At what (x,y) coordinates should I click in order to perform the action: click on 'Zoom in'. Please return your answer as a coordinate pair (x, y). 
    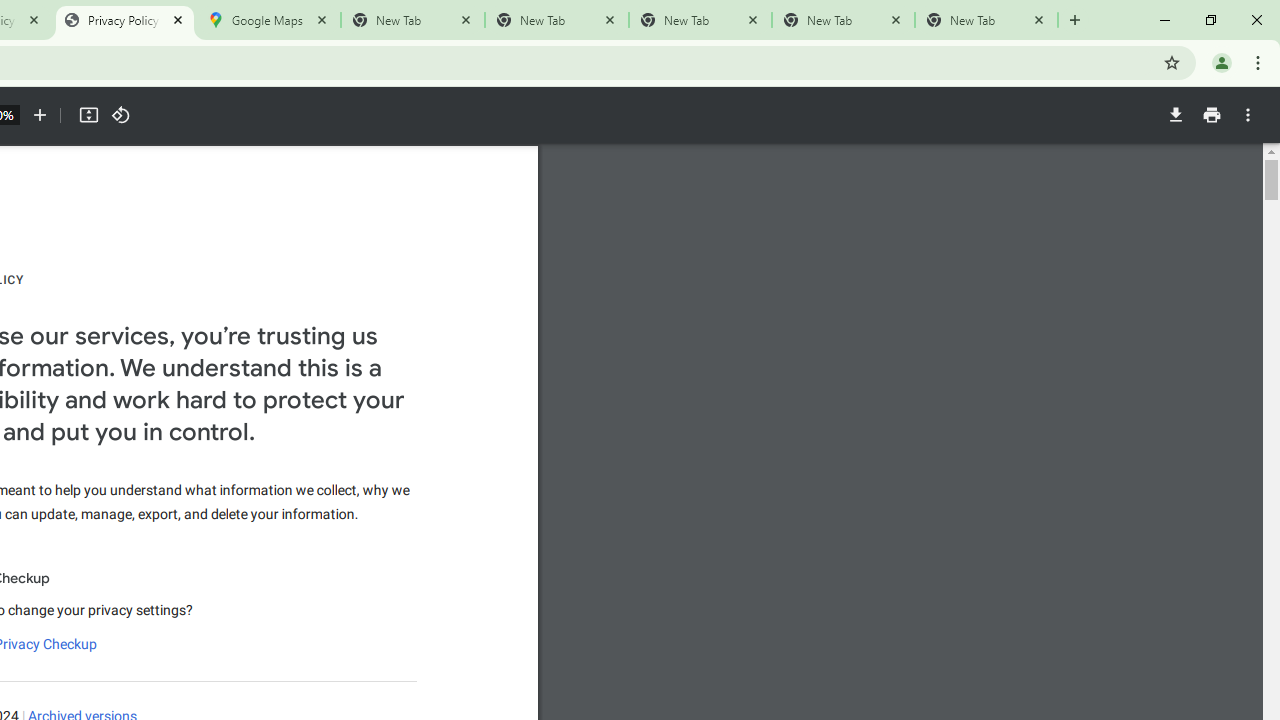
    Looking at the image, I should click on (39, 115).